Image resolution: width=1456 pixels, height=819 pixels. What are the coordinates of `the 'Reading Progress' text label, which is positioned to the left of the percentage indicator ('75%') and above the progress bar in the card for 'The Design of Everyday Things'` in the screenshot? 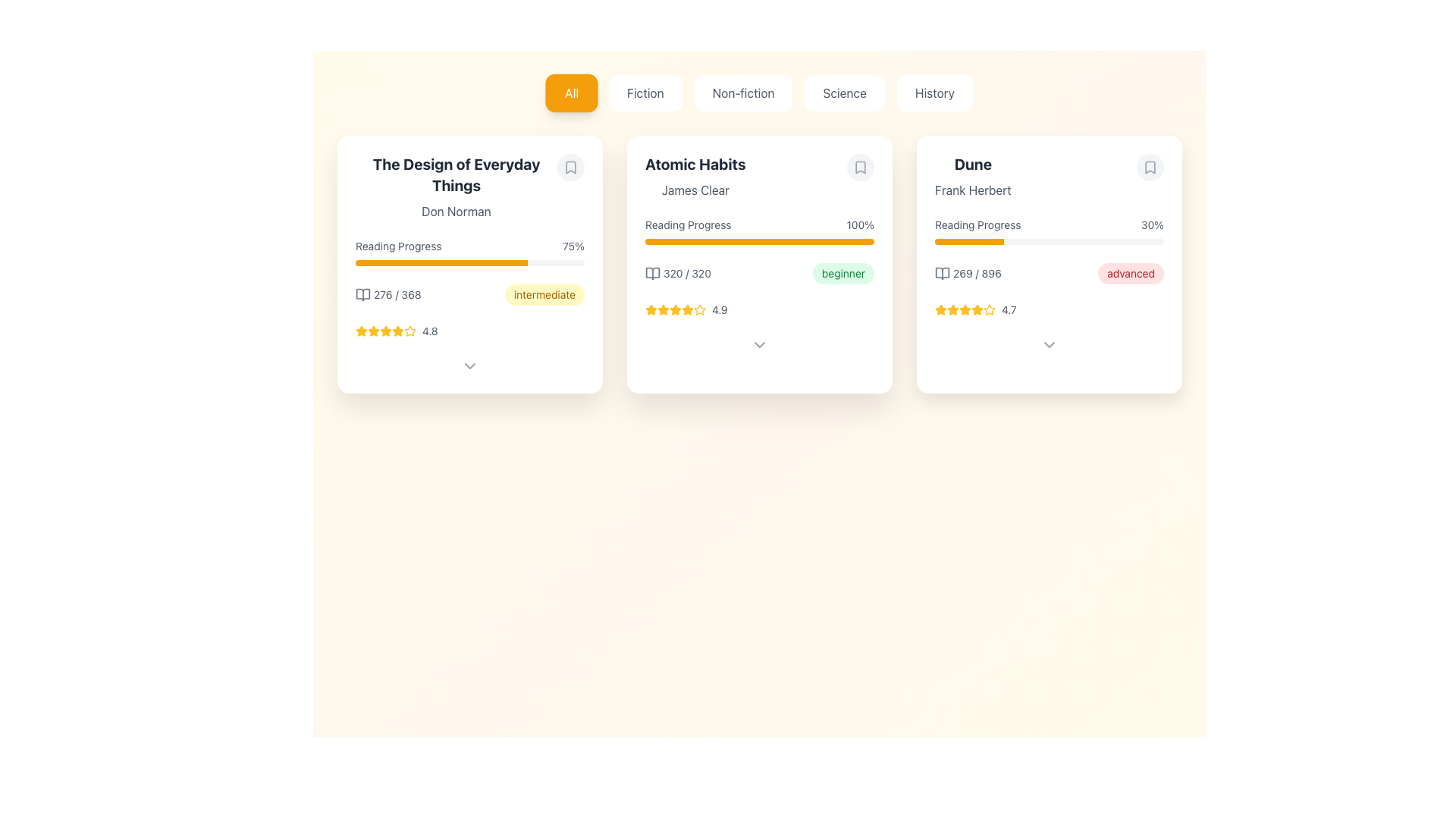 It's located at (398, 245).